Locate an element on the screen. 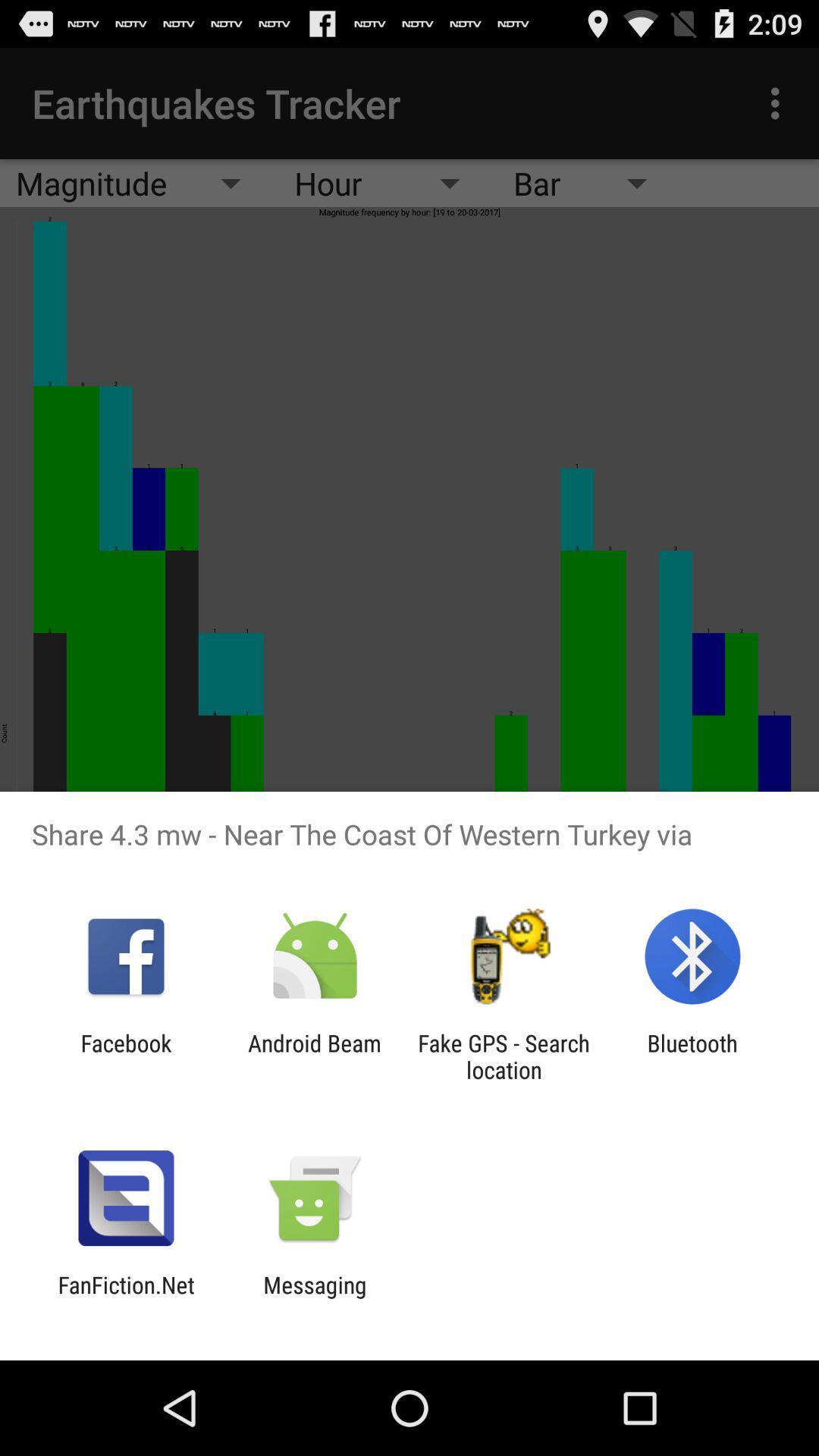 The image size is (819, 1456). icon next to facebook icon is located at coordinates (314, 1056).